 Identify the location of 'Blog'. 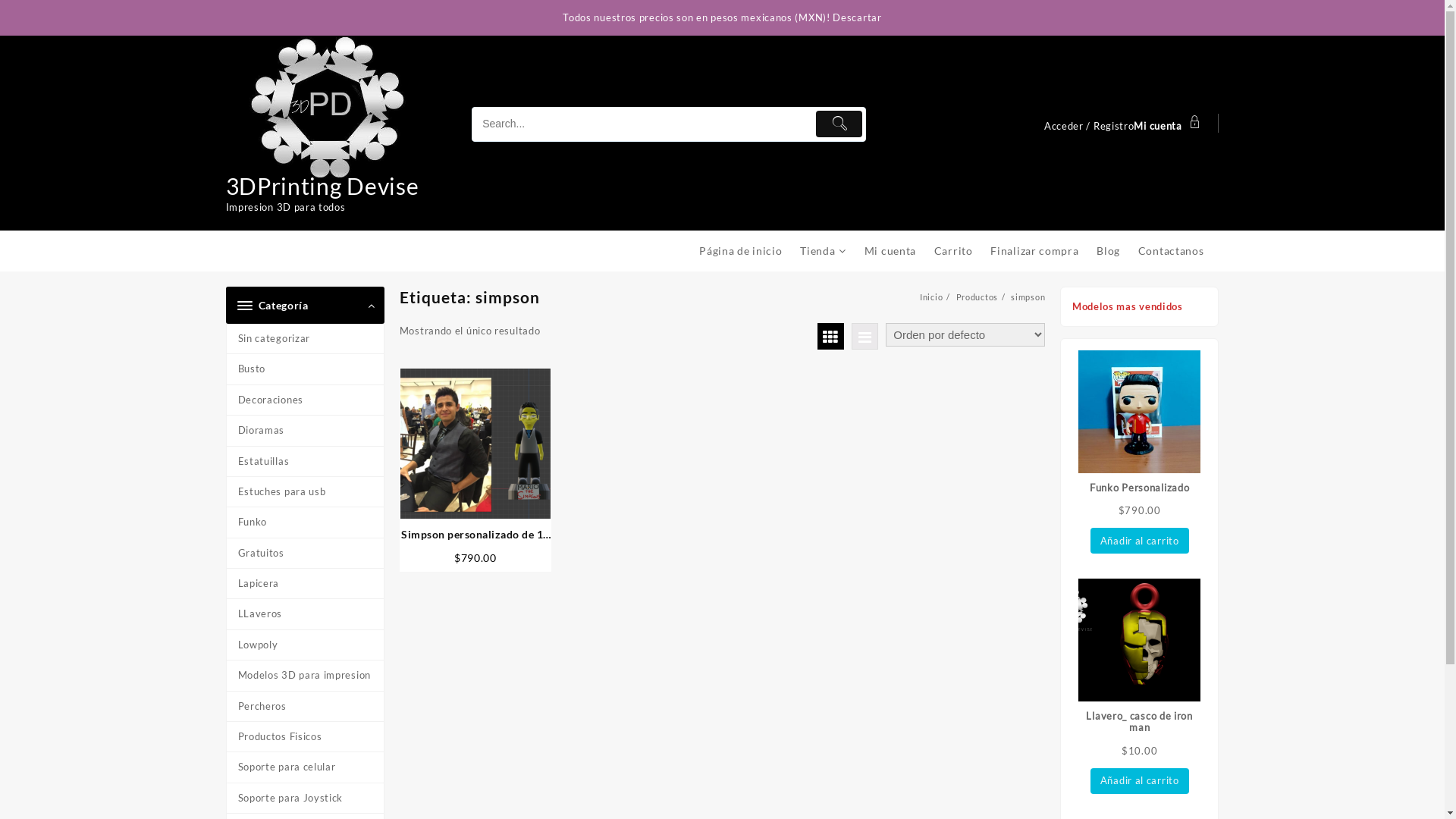
(1116, 249).